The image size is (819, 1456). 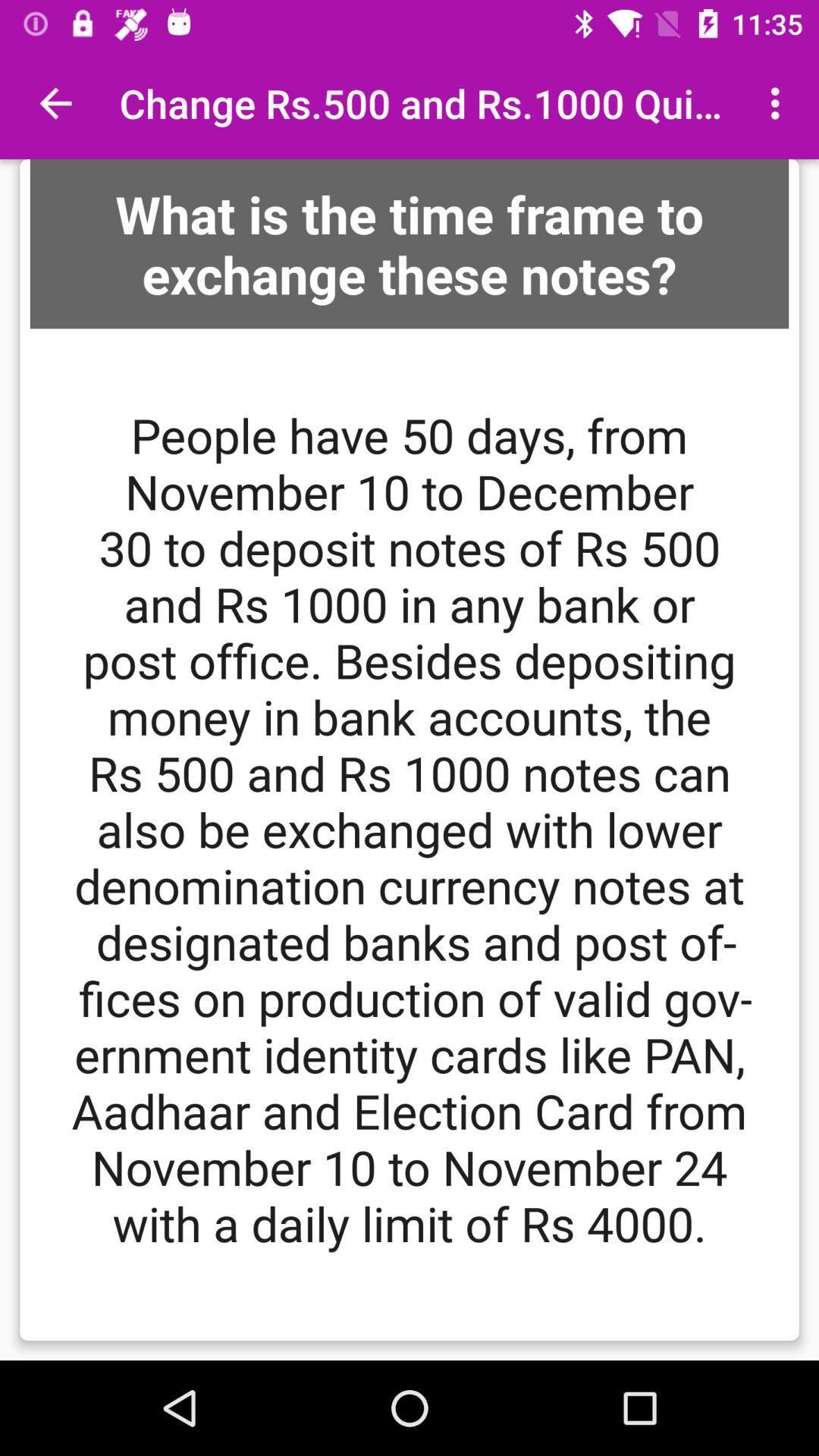 What do you see at coordinates (779, 102) in the screenshot?
I see `the item above what is the item` at bounding box center [779, 102].